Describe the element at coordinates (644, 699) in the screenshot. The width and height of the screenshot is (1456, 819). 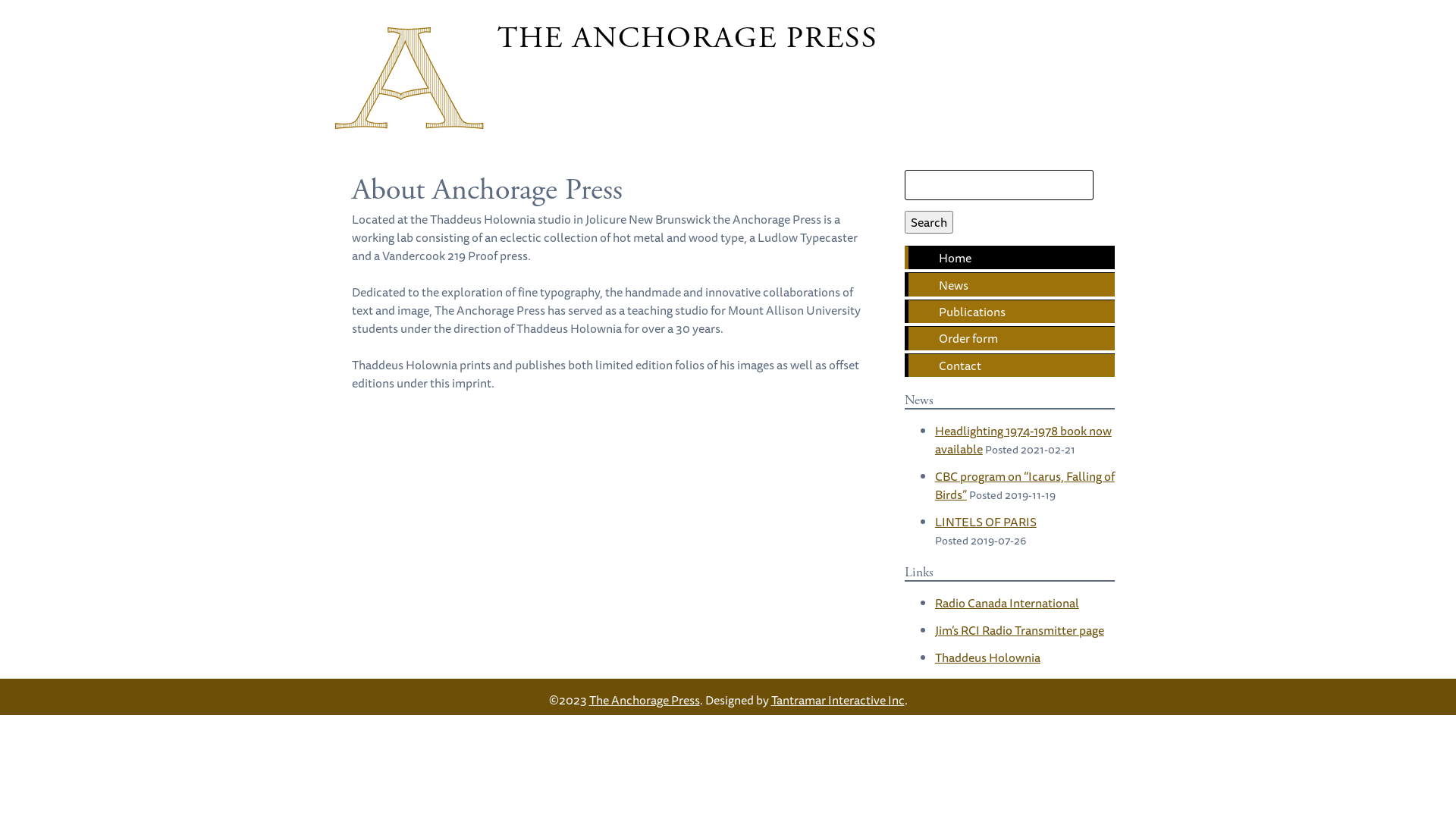
I see `'The Anchorage Press'` at that location.